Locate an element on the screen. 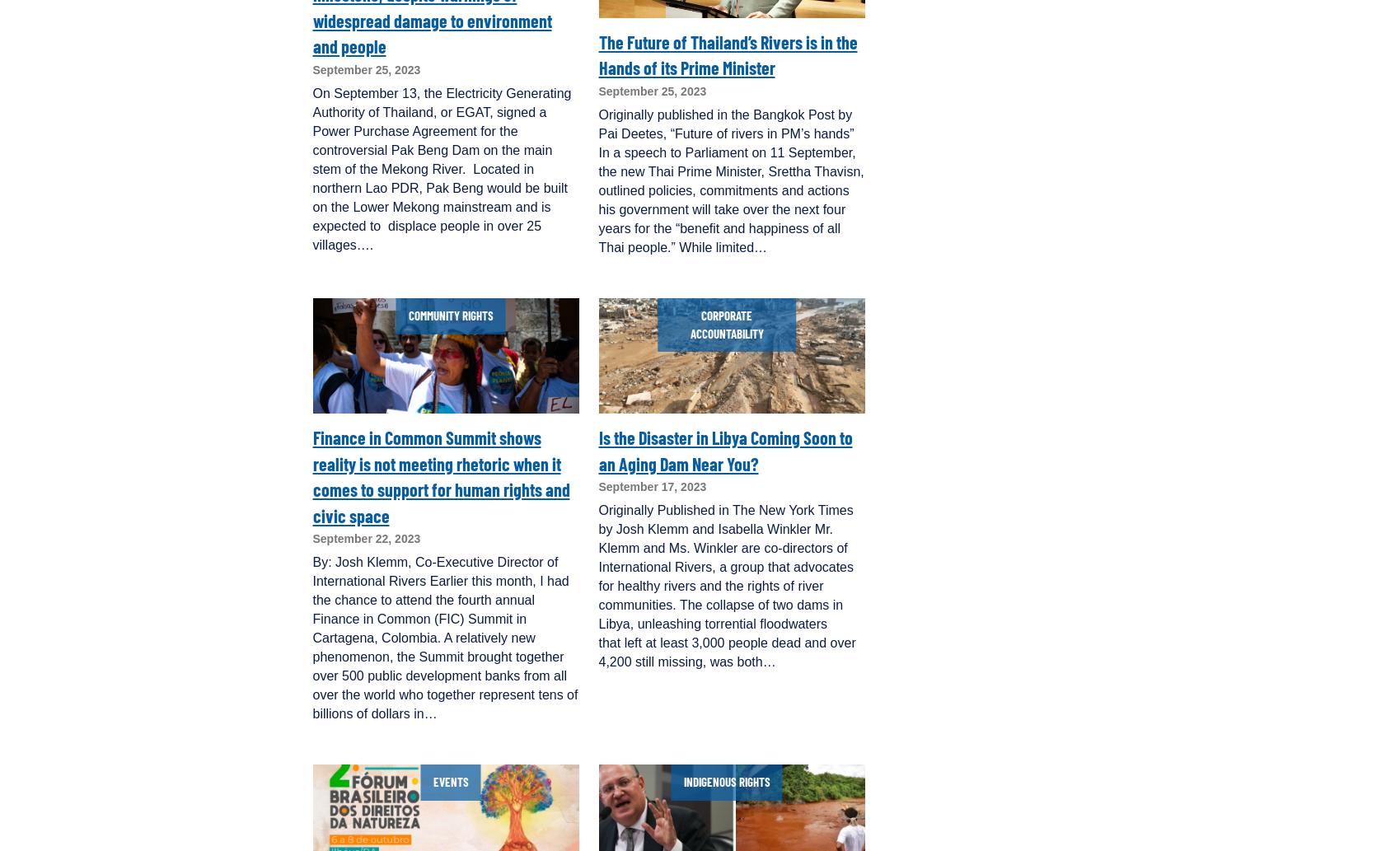  'On September 13, the Electricity Generating Authority of Thailand, or EGAT, signed a Power Purchase Agreement for the controversial Pak Beng Dam on the main stem of the Mekong River.  Located in northern Lao PDR, Pak Beng would be built on the Lower Mekong mainstream and is expected to  displace people in over 25 villages….' is located at coordinates (312, 167).